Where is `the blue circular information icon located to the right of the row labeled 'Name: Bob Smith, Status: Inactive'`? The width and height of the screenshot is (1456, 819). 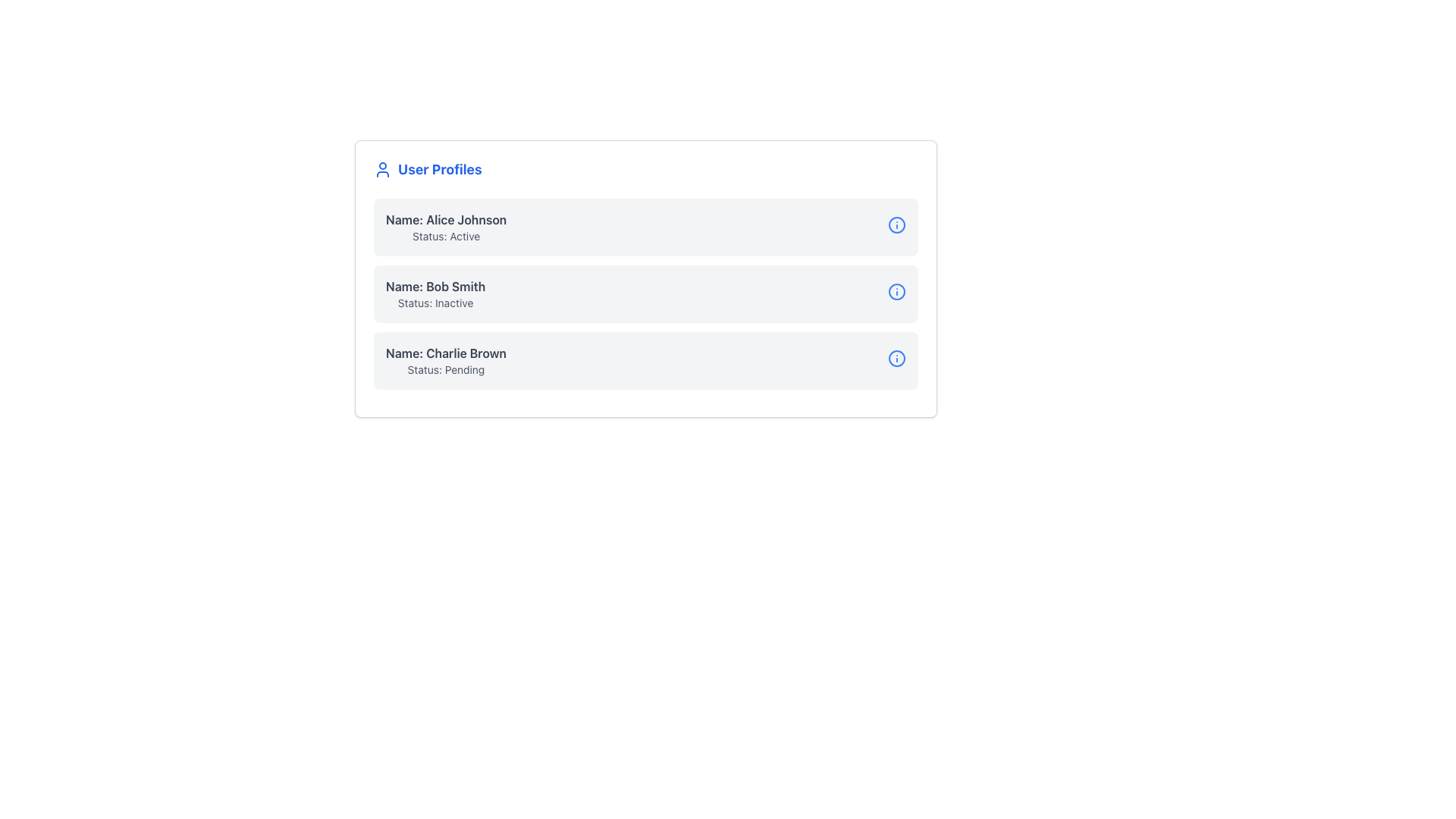 the blue circular information icon located to the right of the row labeled 'Name: Bob Smith, Status: Inactive' is located at coordinates (896, 292).